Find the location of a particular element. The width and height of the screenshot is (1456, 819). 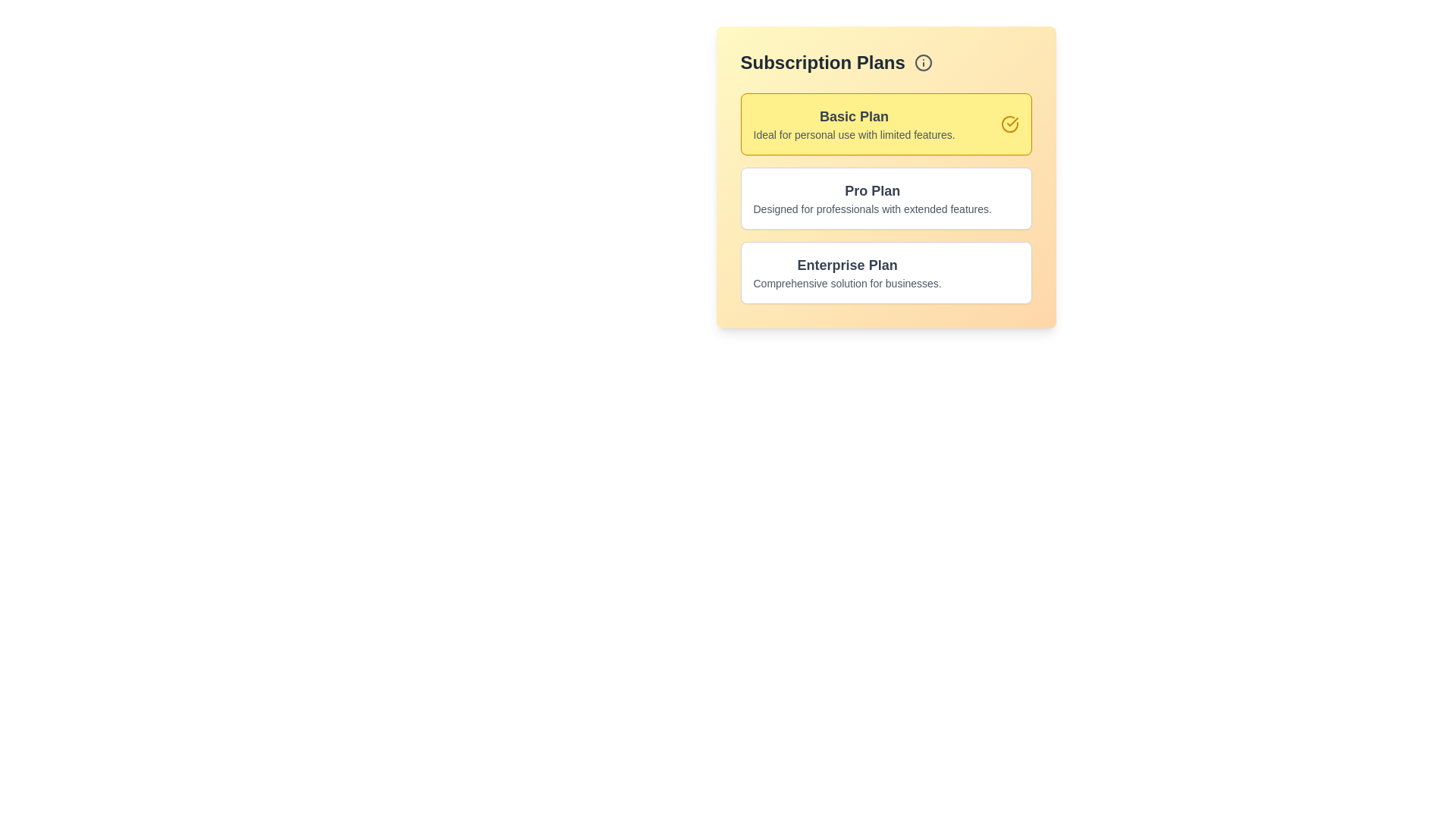

the 'Pro Plan' text label element that is prominently displayed in bold and larger font, located centrally between the 'Basic Plan' above and 'Enterprise Plan' below is located at coordinates (872, 190).